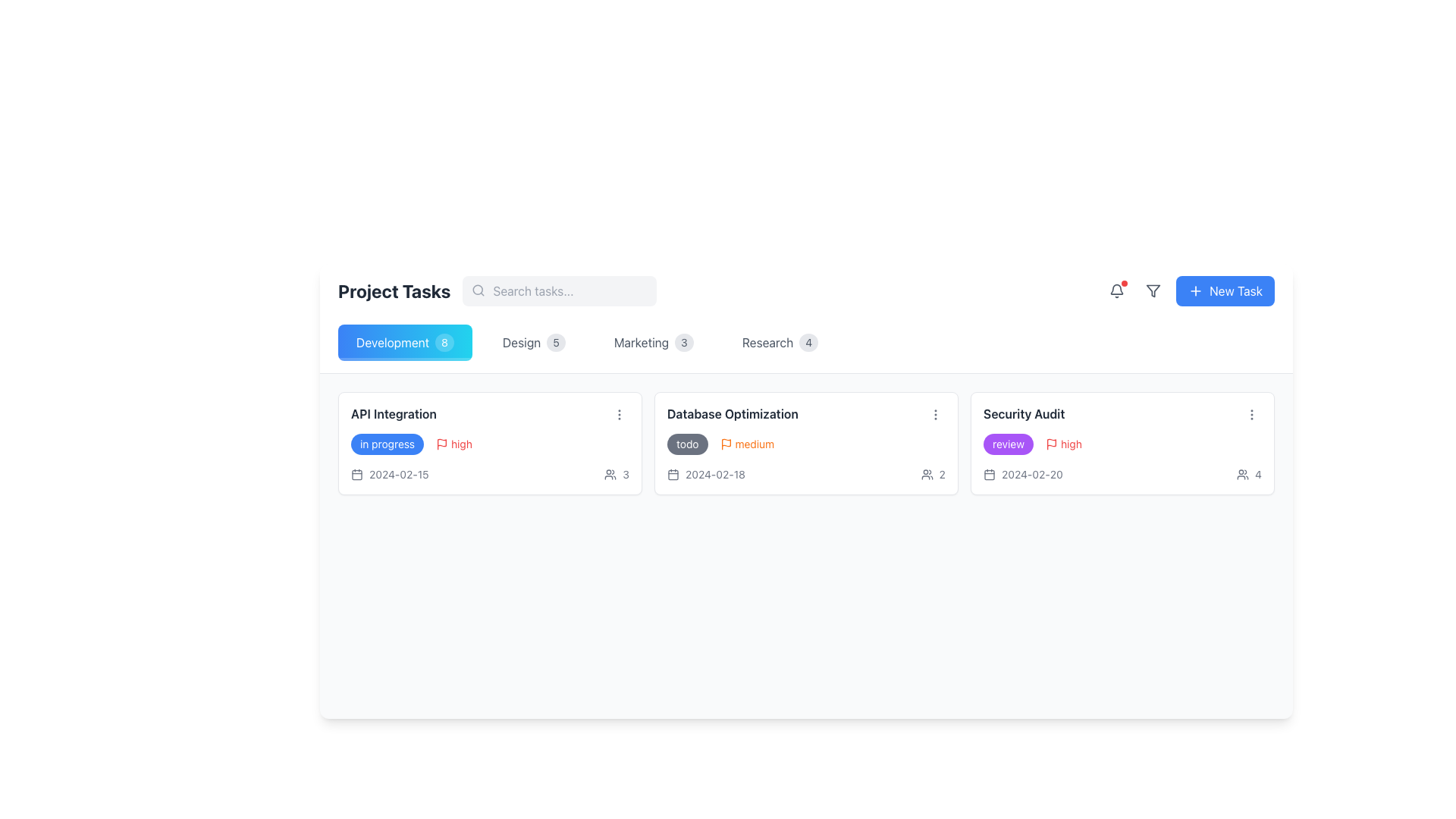 The image size is (1456, 819). What do you see at coordinates (1258, 473) in the screenshot?
I see `value displayed in the textual indicator showing the number of users or participants, which is located to the right of the user group icon` at bounding box center [1258, 473].